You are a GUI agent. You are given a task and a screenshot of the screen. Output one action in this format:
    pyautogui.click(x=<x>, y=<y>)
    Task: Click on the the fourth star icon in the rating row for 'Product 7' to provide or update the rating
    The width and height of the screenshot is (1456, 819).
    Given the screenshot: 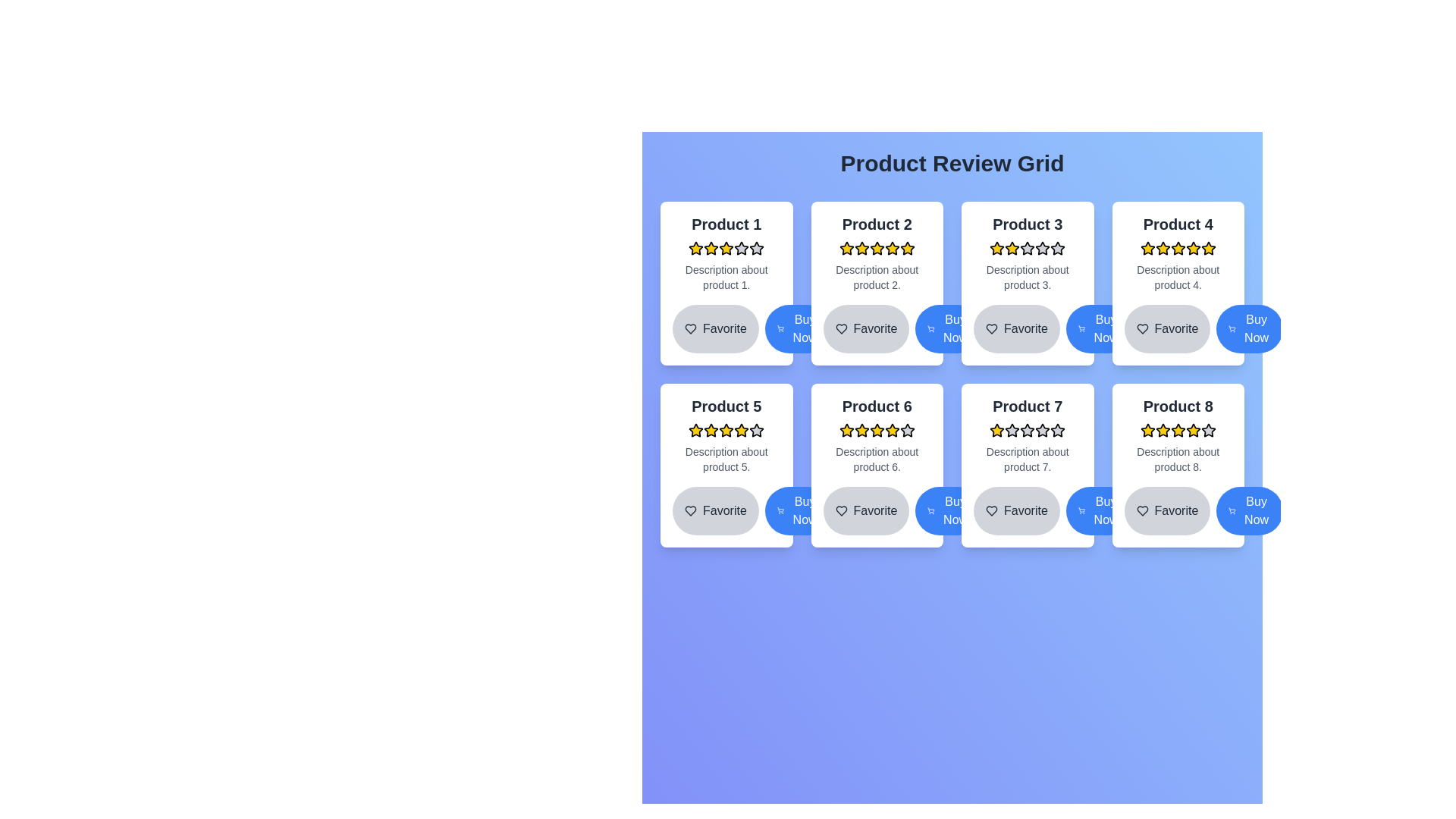 What is the action you would take?
    pyautogui.click(x=1027, y=430)
    